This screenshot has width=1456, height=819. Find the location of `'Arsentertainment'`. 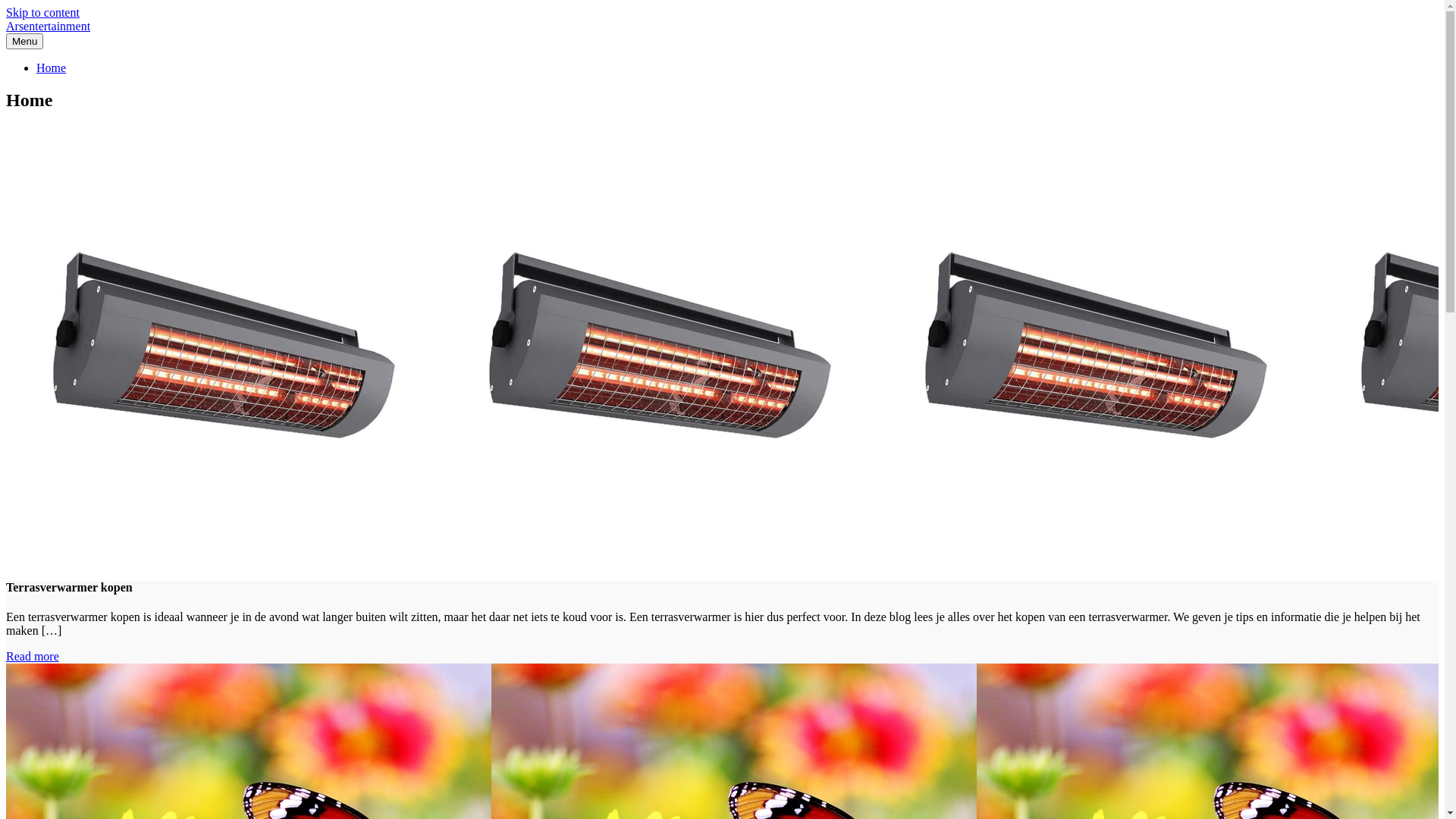

'Arsentertainment' is located at coordinates (48, 26).